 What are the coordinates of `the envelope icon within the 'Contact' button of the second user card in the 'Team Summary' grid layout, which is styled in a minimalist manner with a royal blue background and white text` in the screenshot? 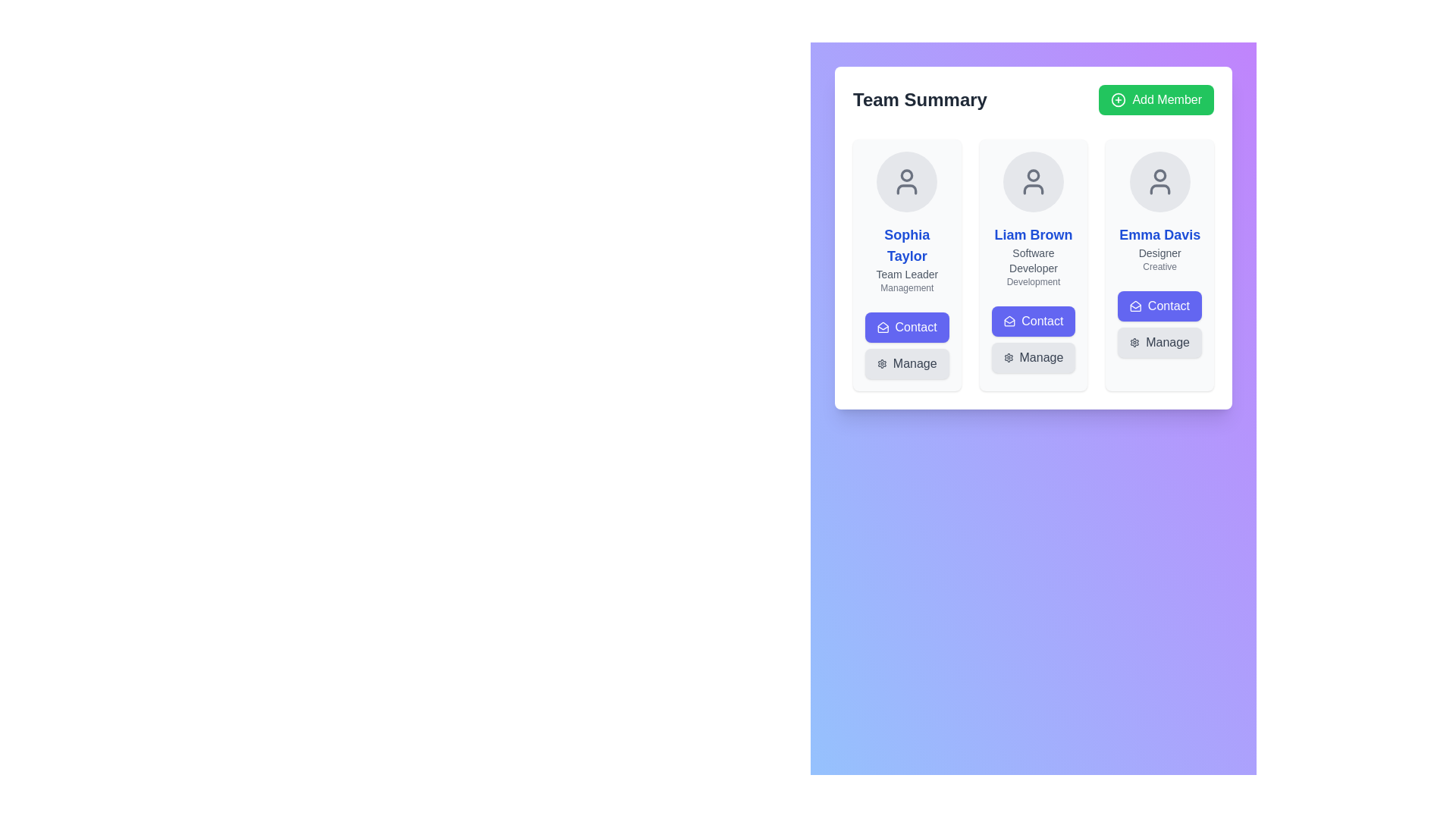 It's located at (1009, 321).